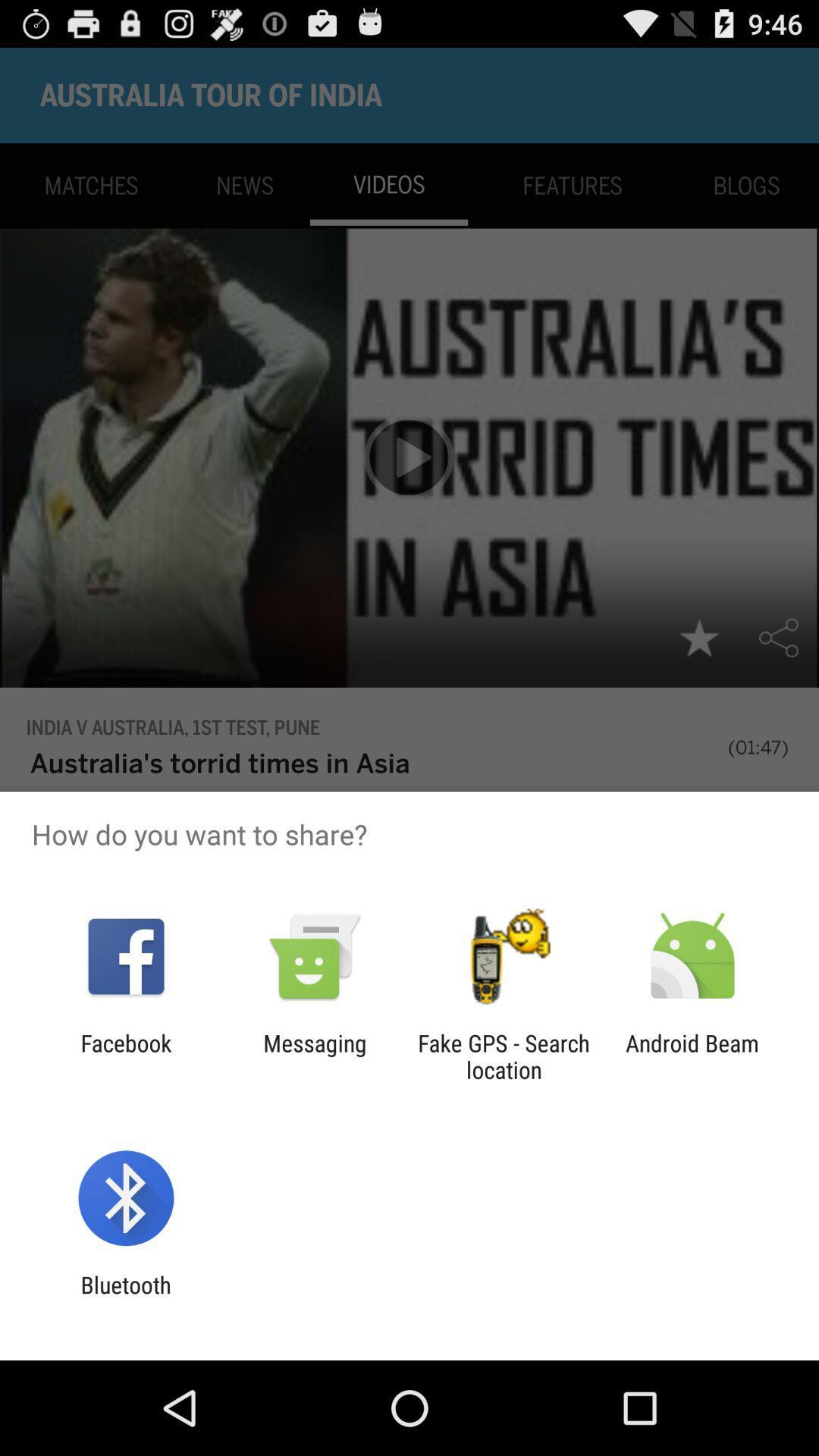 The image size is (819, 1456). I want to click on item to the right of the messaging app, so click(504, 1056).